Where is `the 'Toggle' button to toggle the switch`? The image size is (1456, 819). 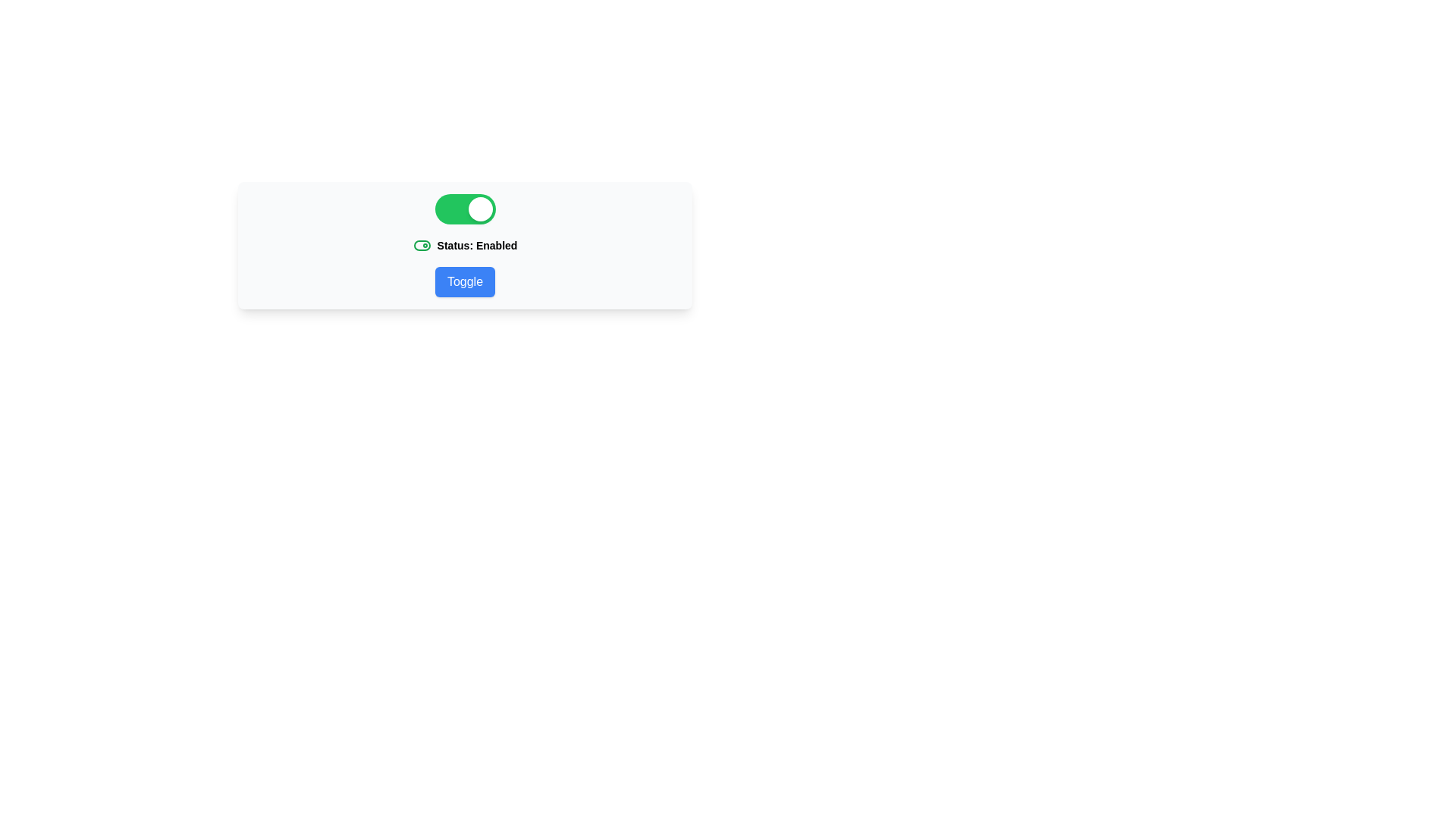 the 'Toggle' button to toggle the switch is located at coordinates (464, 281).